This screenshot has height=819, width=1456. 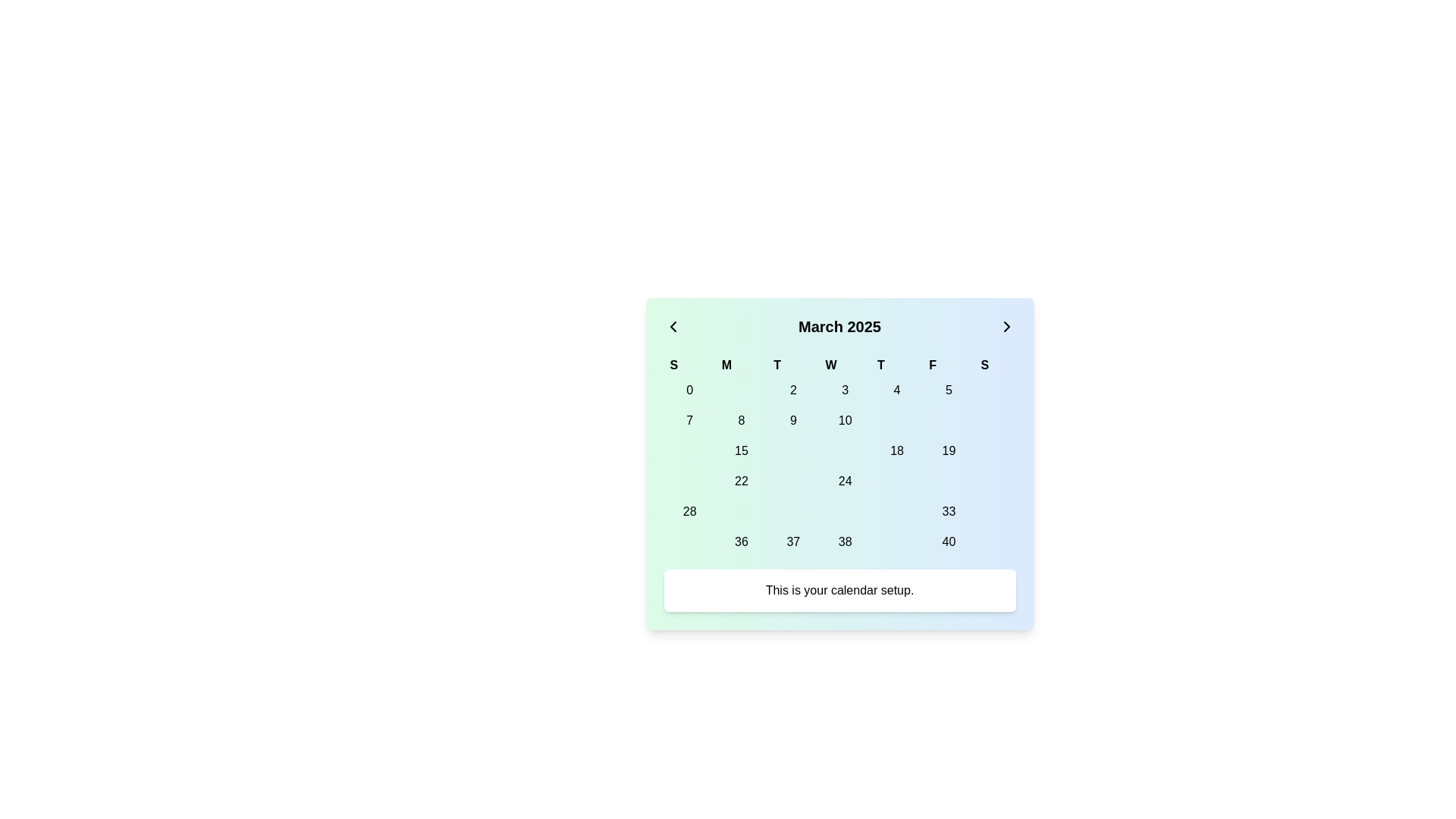 I want to click on the small circular marker indicating a selected date within the calendar interface, located between the dates '24' and '33', so click(x=844, y=512).